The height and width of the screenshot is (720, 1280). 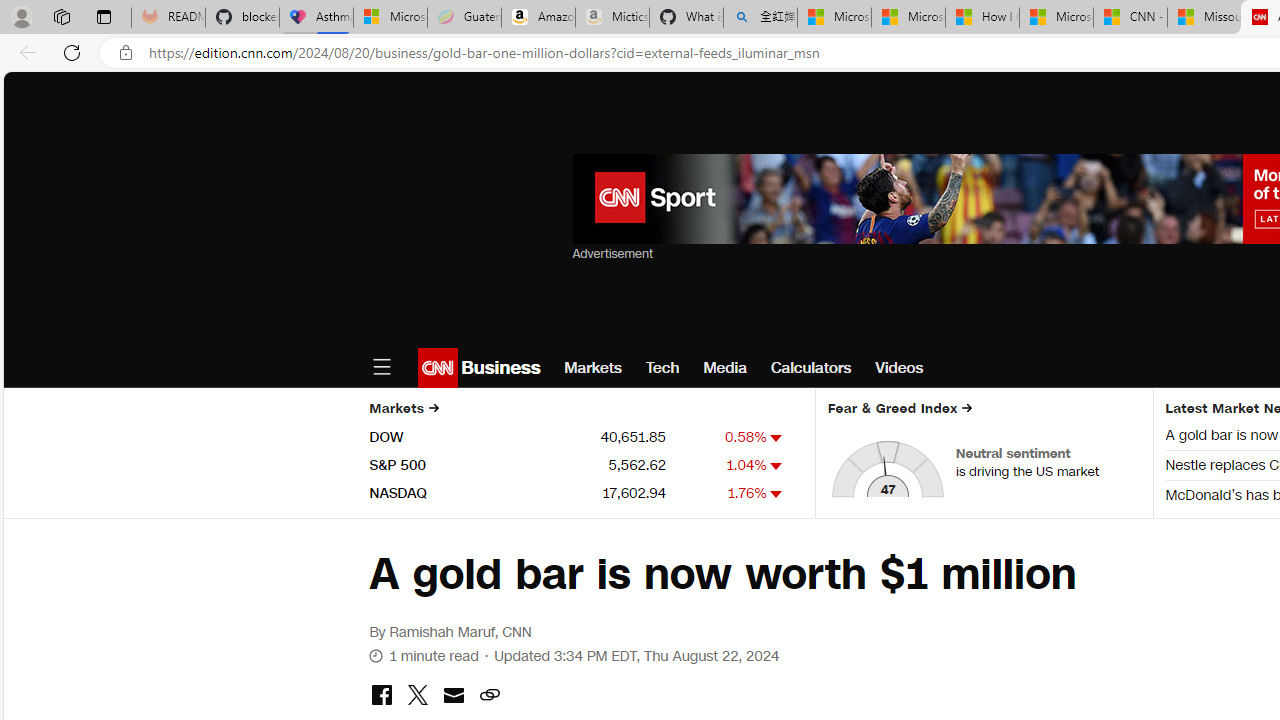 I want to click on 'copy link to clipboard', so click(x=489, y=695).